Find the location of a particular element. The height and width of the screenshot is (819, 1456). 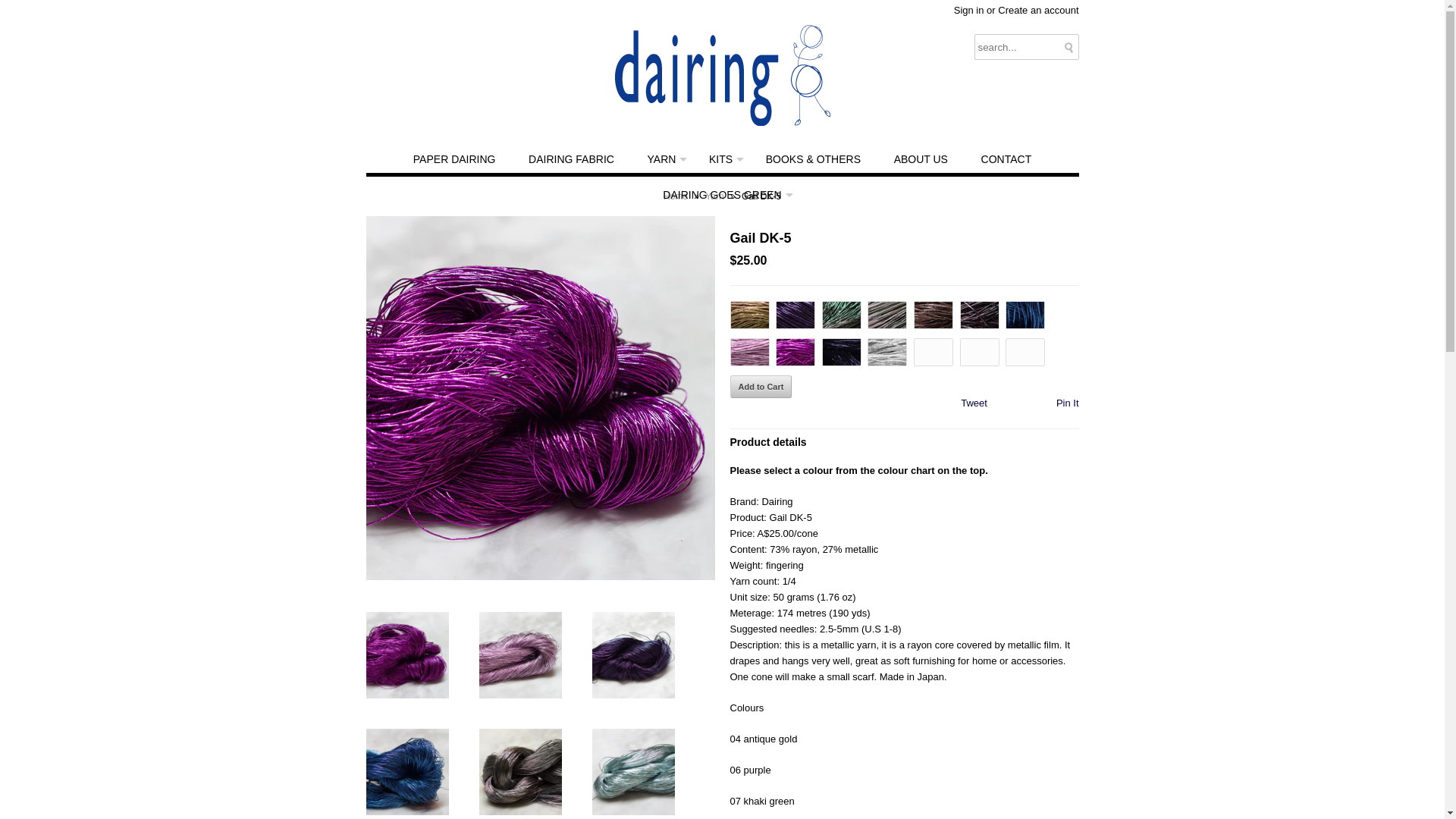

'DAIRING FABRIC' is located at coordinates (570, 159).